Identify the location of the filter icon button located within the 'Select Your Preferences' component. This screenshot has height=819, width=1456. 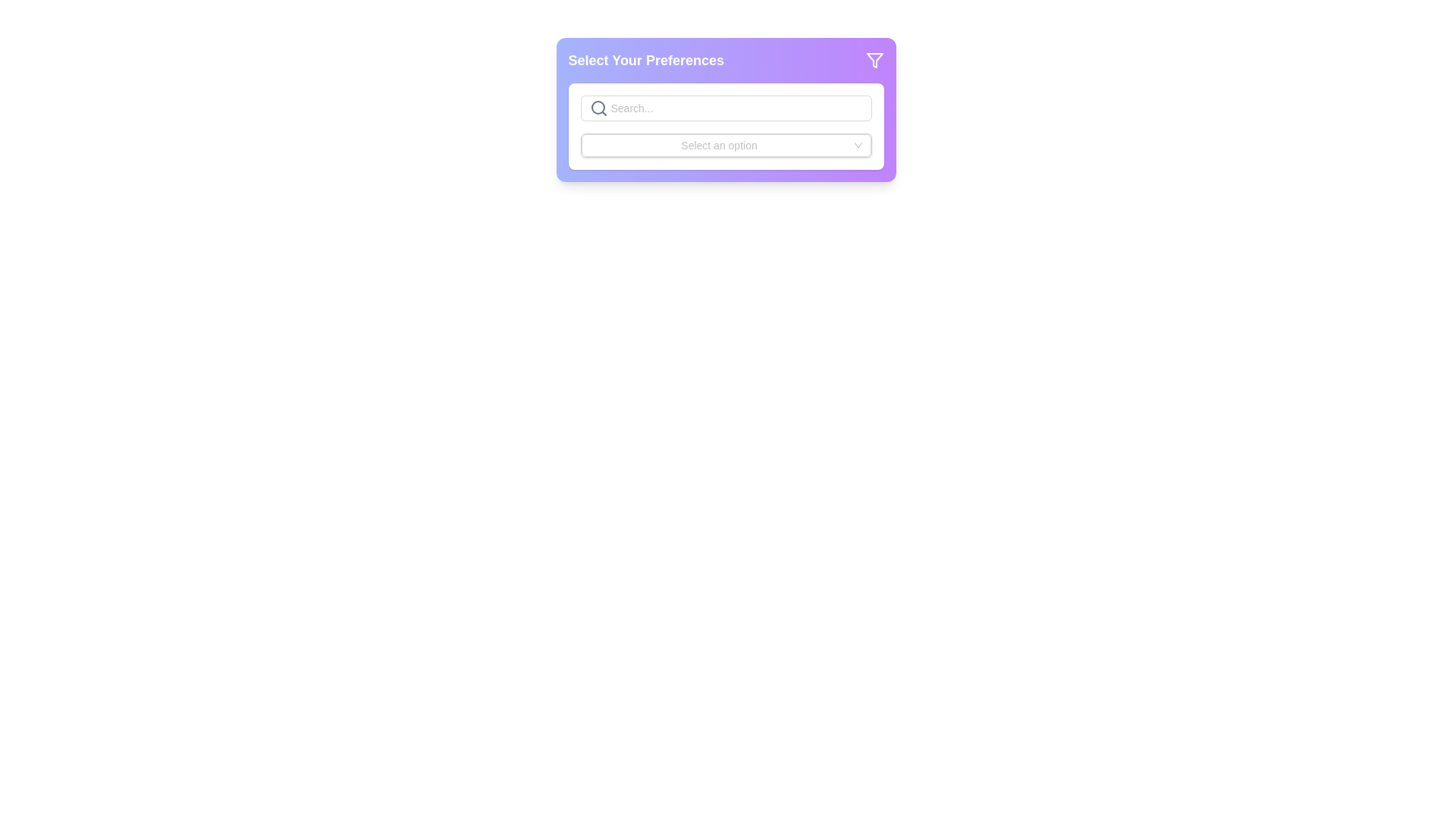
(874, 60).